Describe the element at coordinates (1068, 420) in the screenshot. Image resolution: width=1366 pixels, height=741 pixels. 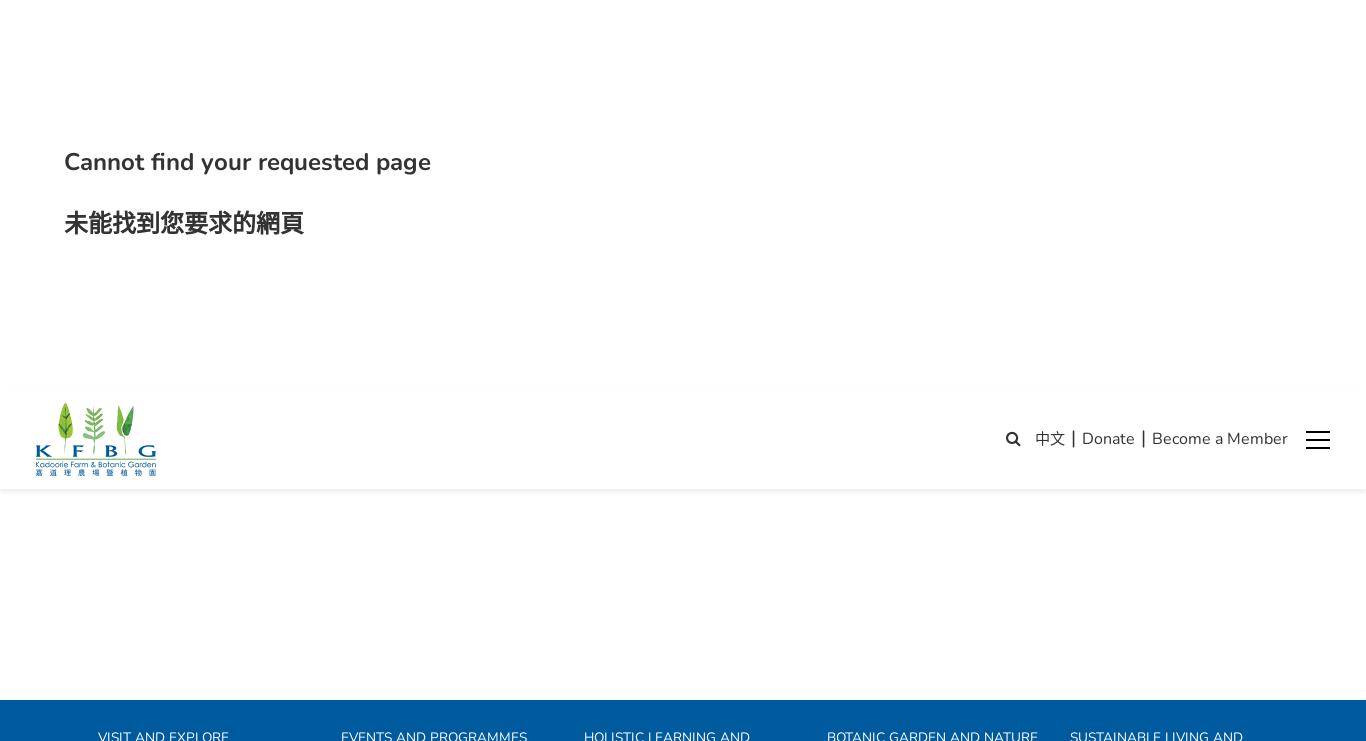
I see `'Cultivate resilience at KFBG'` at that location.